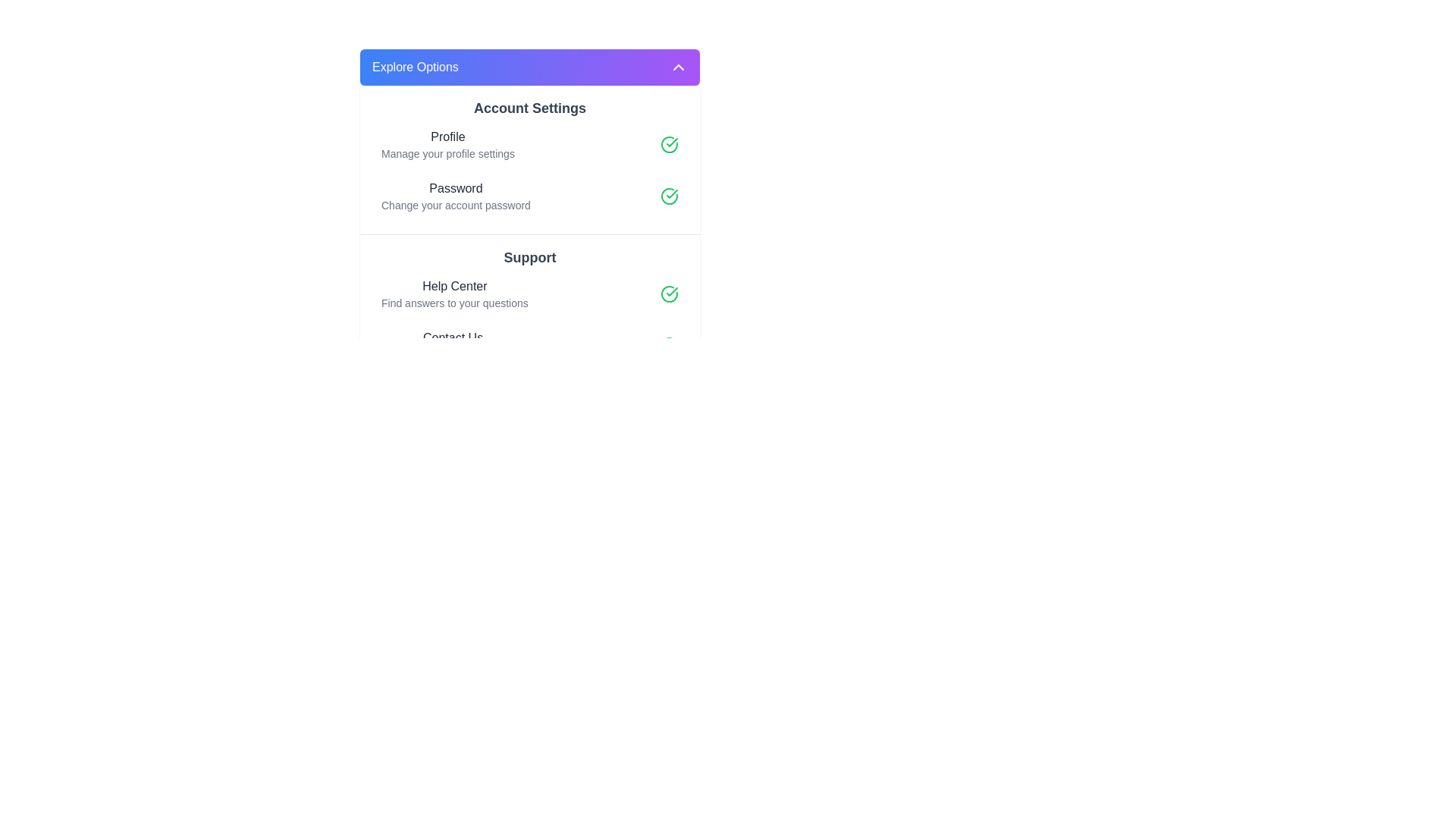 The width and height of the screenshot is (1456, 819). I want to click on the checkmark icon within a circle that signifies a completed or verified action, located to the right of the 'Help Center' section in the 'Support' category, so click(669, 294).